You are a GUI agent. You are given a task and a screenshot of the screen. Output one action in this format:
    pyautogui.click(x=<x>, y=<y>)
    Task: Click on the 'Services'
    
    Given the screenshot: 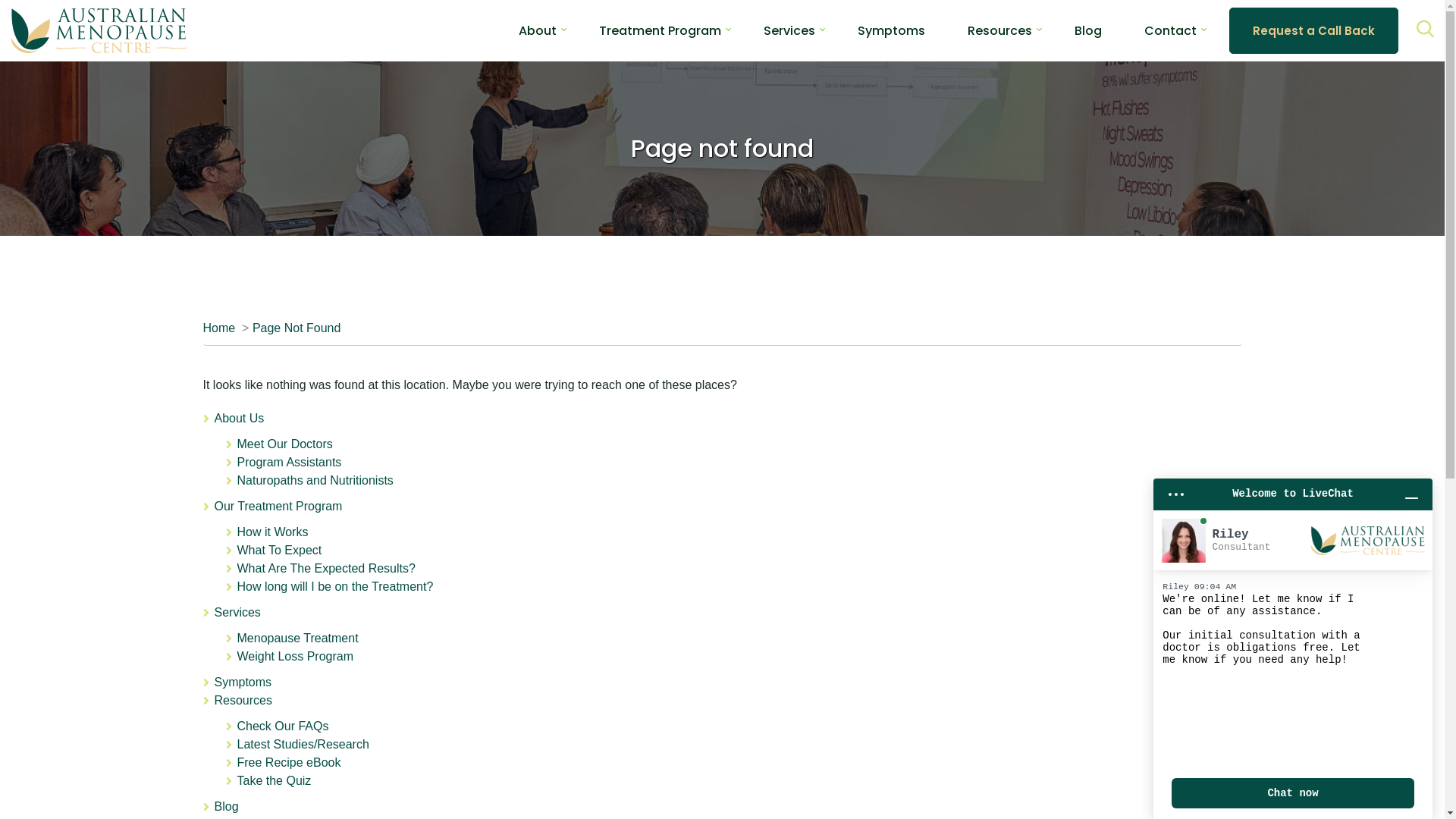 What is the action you would take?
    pyautogui.click(x=236, y=611)
    